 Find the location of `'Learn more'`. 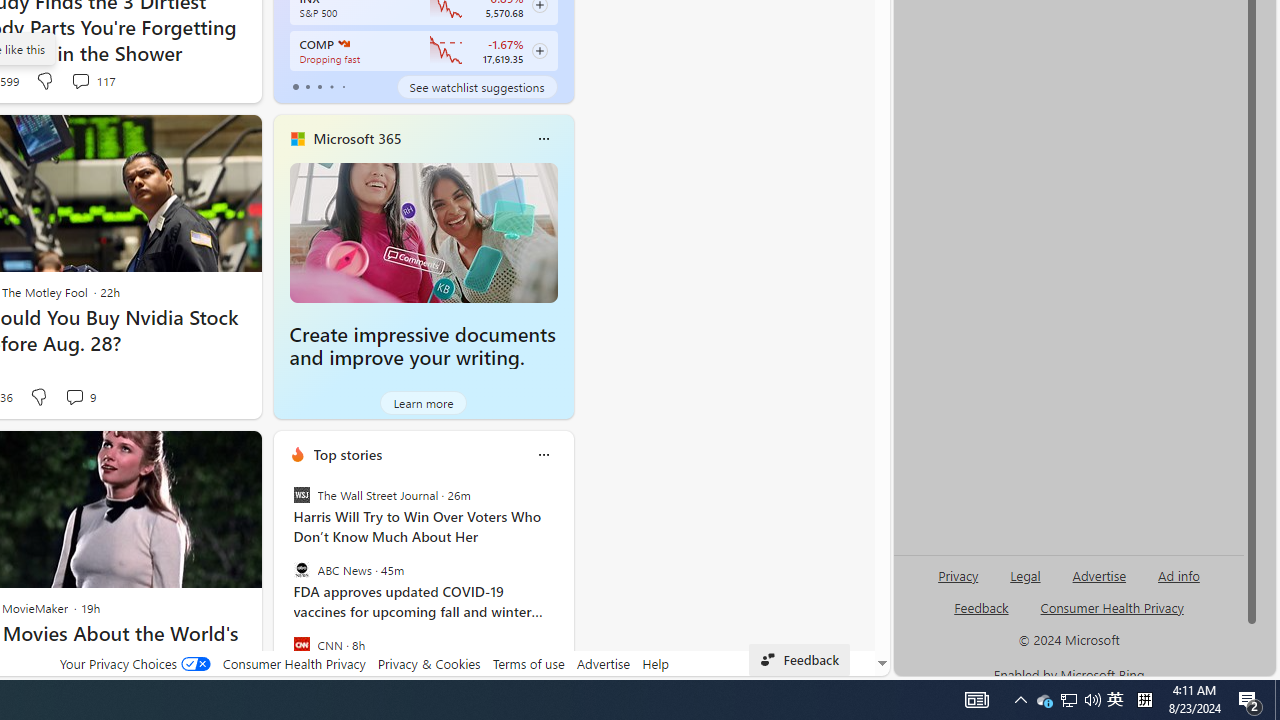

'Learn more' is located at coordinates (422, 402).